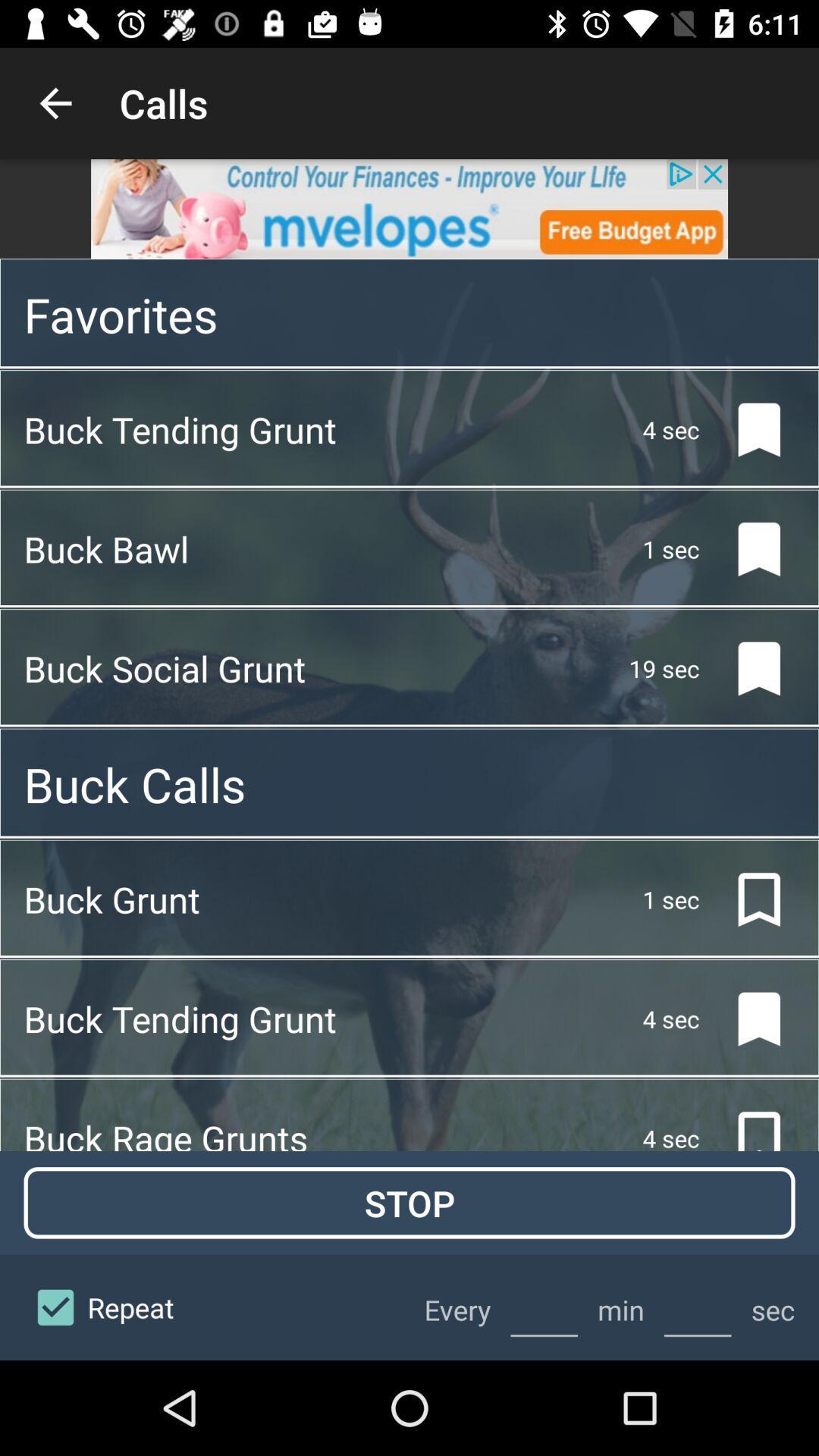  I want to click on the bookmark icon, so click(746, 899).